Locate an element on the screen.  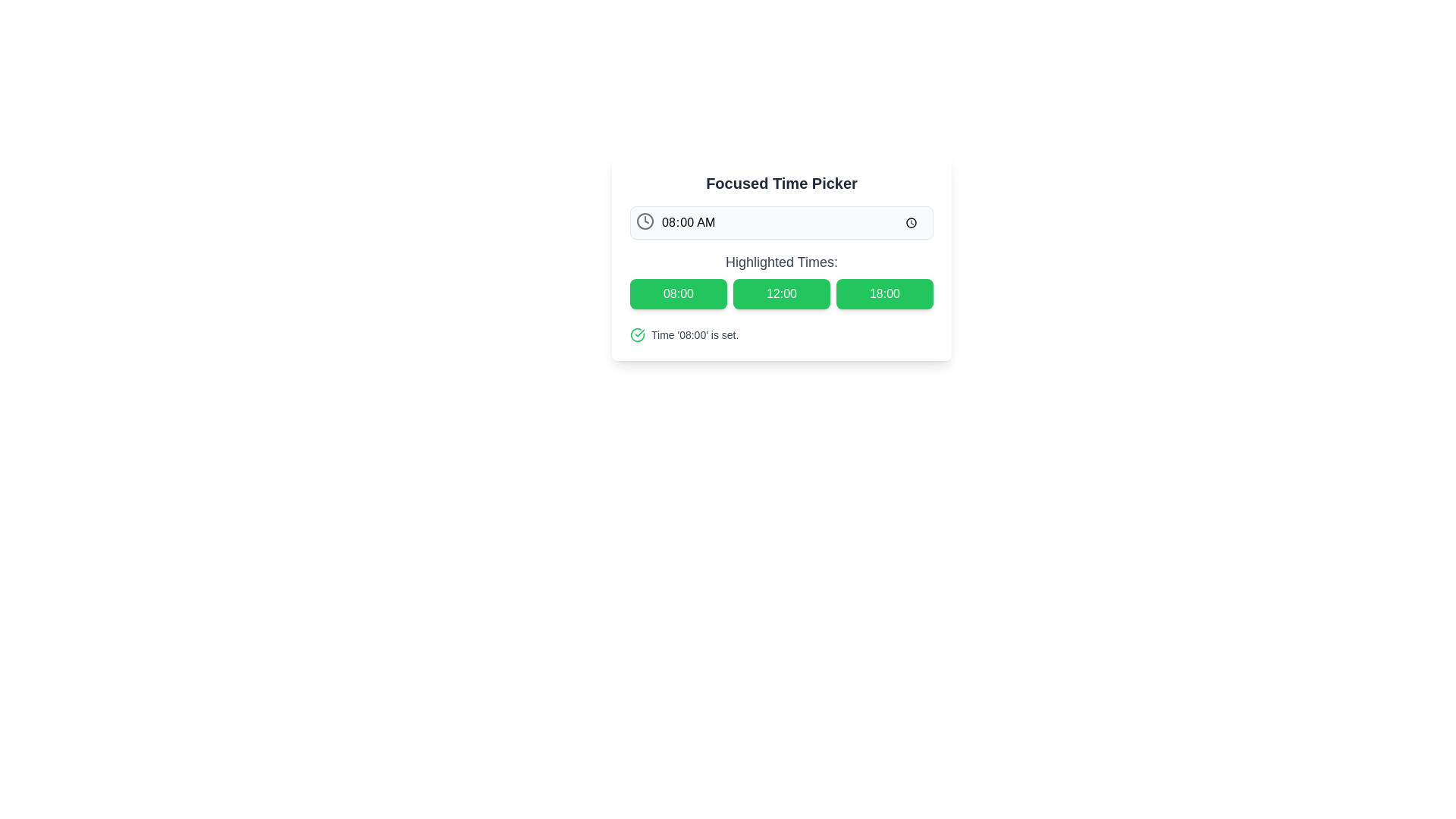
the '12:00' button in the 'Focused Time Picker' panel is located at coordinates (782, 294).